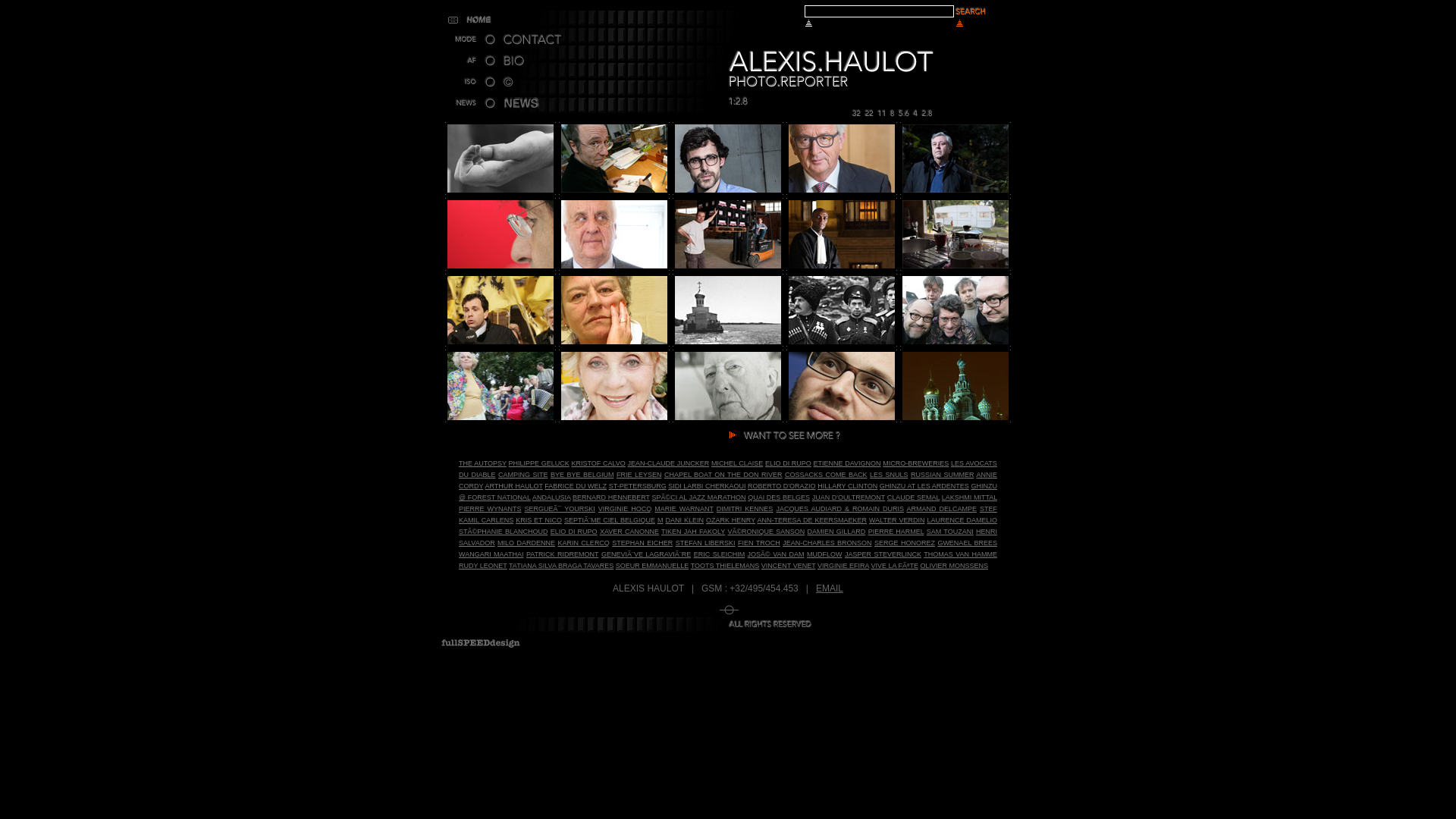 The width and height of the screenshot is (1456, 819). What do you see at coordinates (782, 485) in the screenshot?
I see `'ROBERTO D'ORAZIO'` at bounding box center [782, 485].